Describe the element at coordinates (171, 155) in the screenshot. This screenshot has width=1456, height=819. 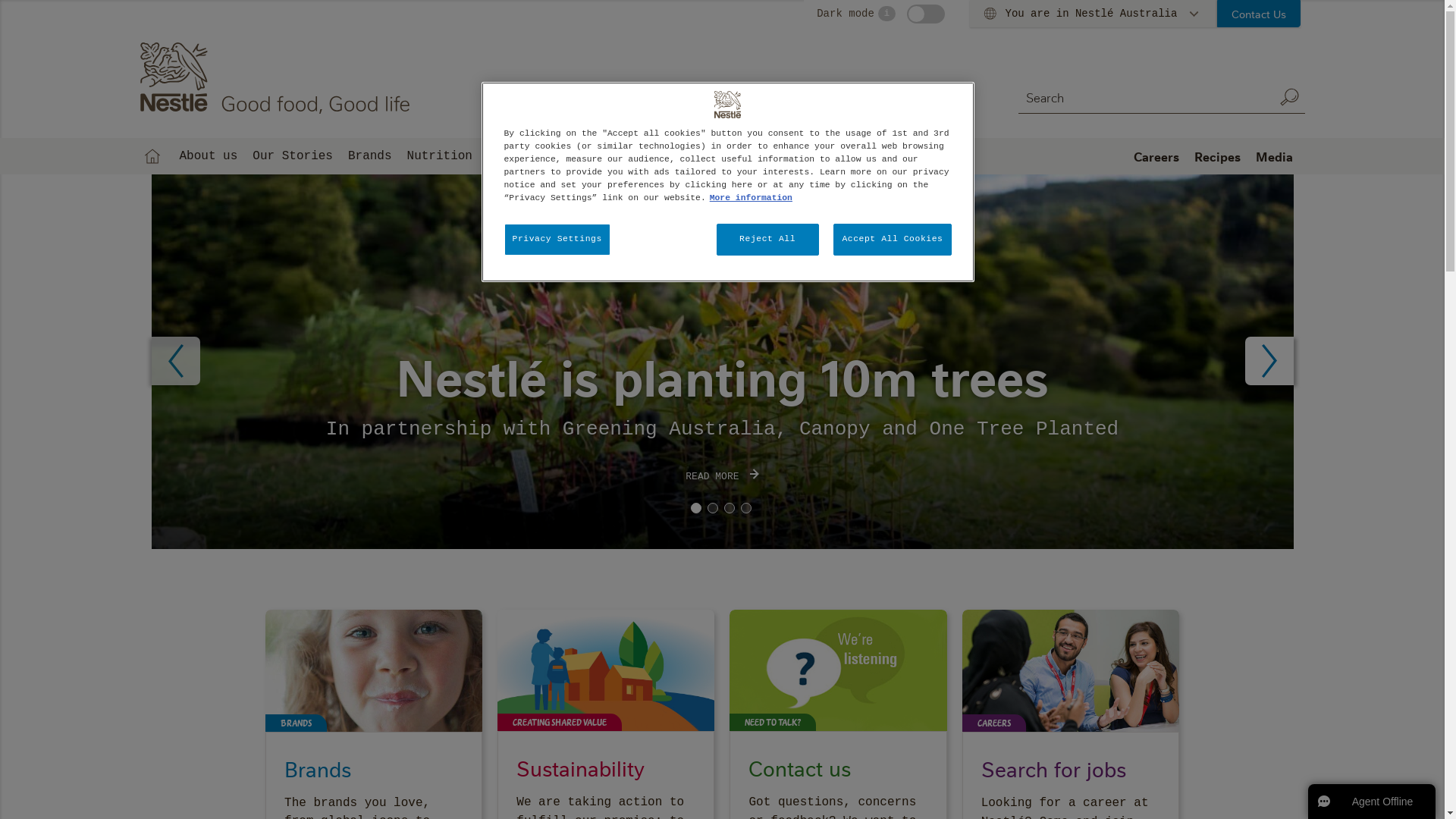
I see `'About us'` at that location.